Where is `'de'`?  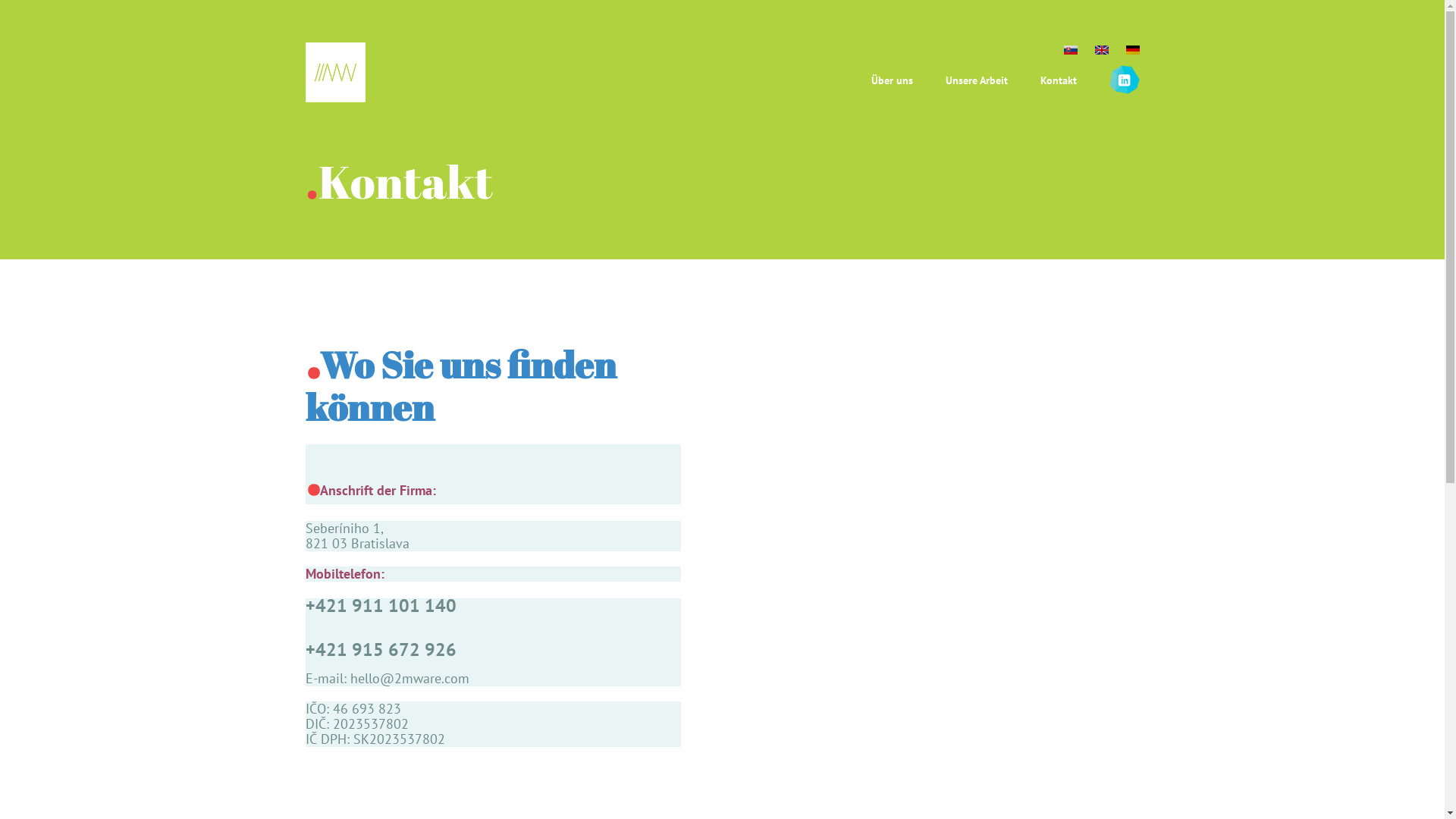
'de' is located at coordinates (1131, 49).